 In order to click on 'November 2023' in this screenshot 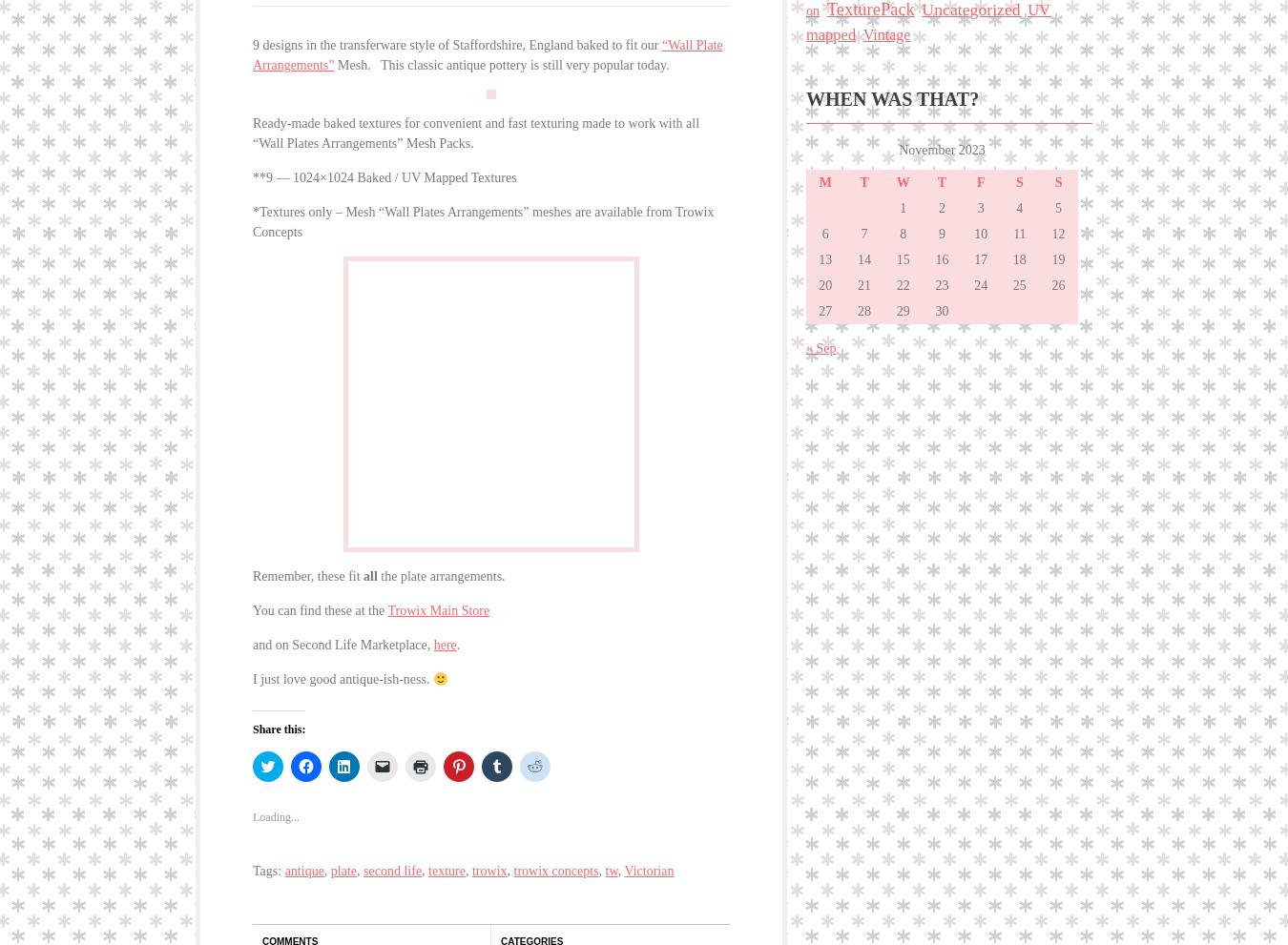, I will do `click(940, 150)`.